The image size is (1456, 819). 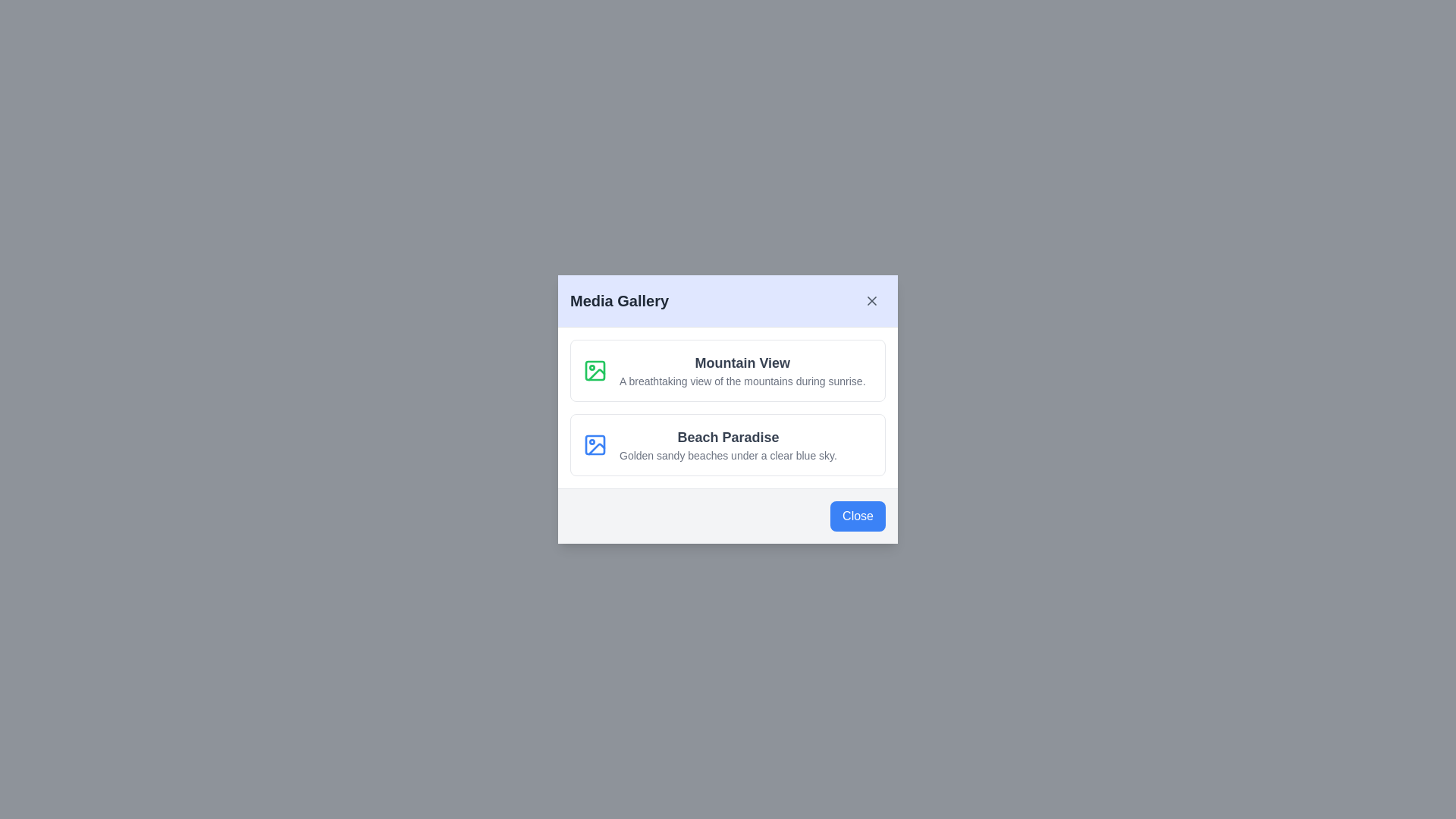 I want to click on the icon of the media item corresponding to Beach Paradise, so click(x=595, y=444).